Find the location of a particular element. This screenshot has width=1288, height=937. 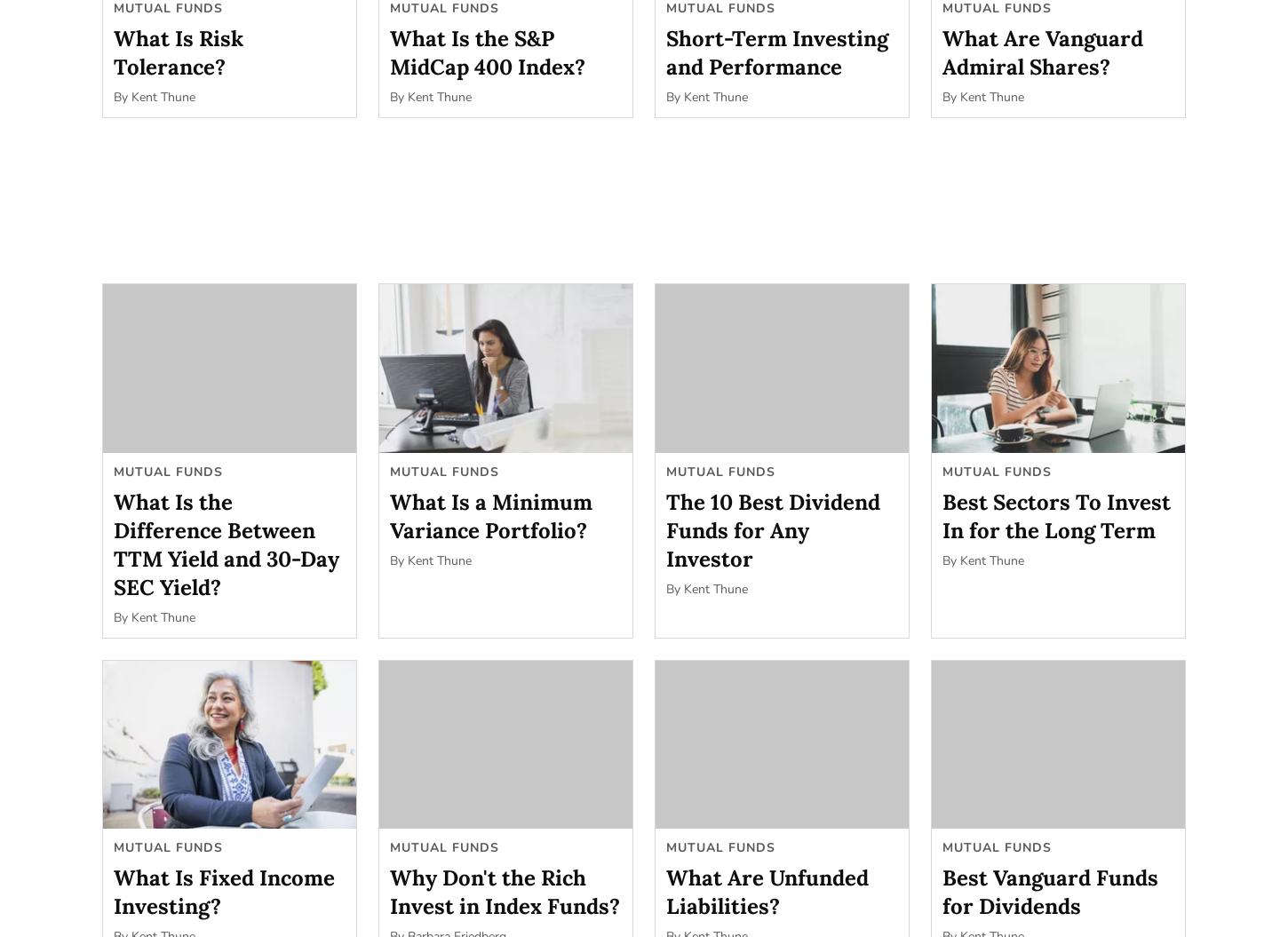

'What Is the S&P MidCap 400 Index?' is located at coordinates (487, 52).